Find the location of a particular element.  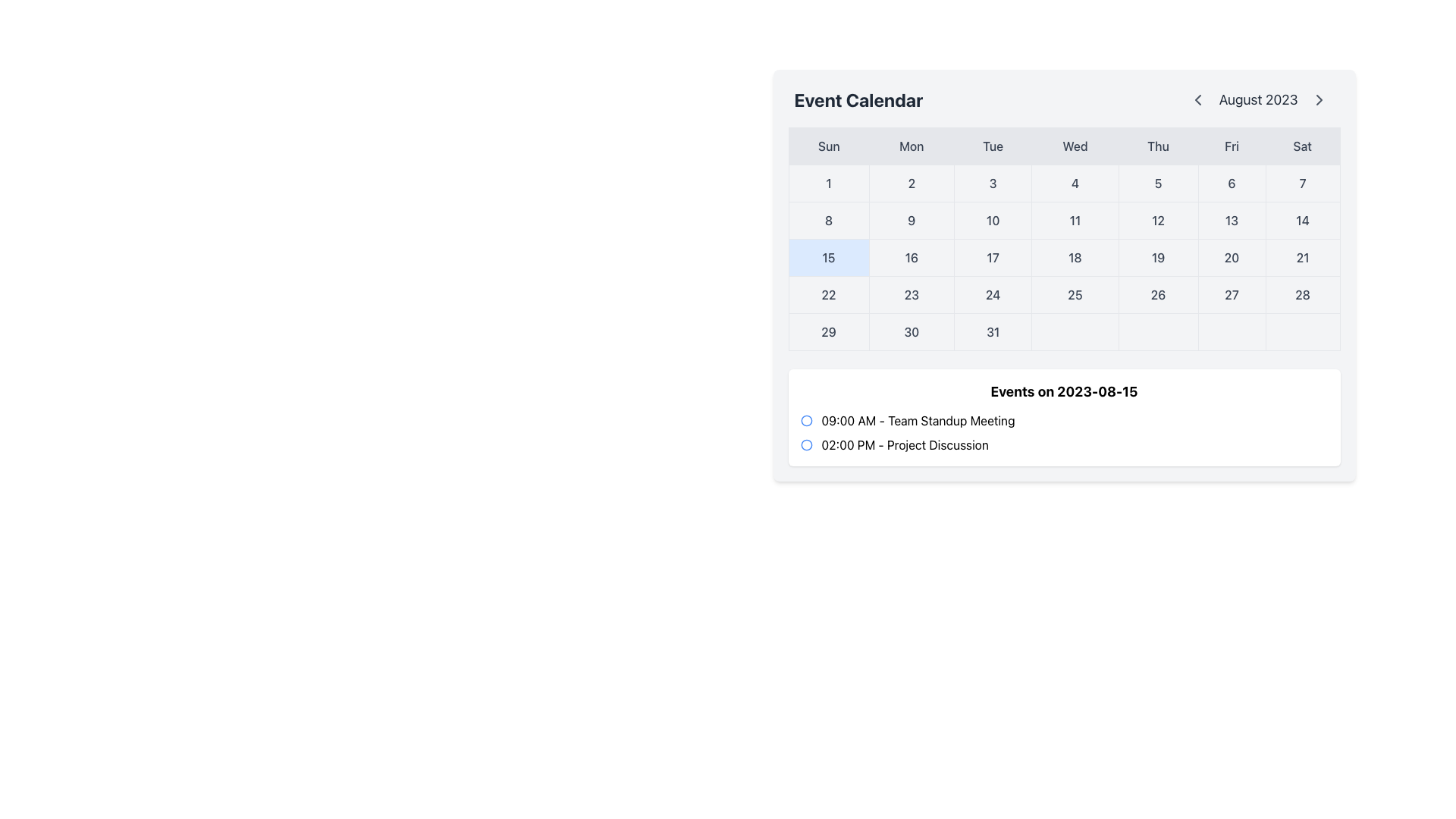

the text label displaying 'Sun', which is centrally aligned above a calendar table and is the first in a sequence of day abbreviations is located at coordinates (828, 146).